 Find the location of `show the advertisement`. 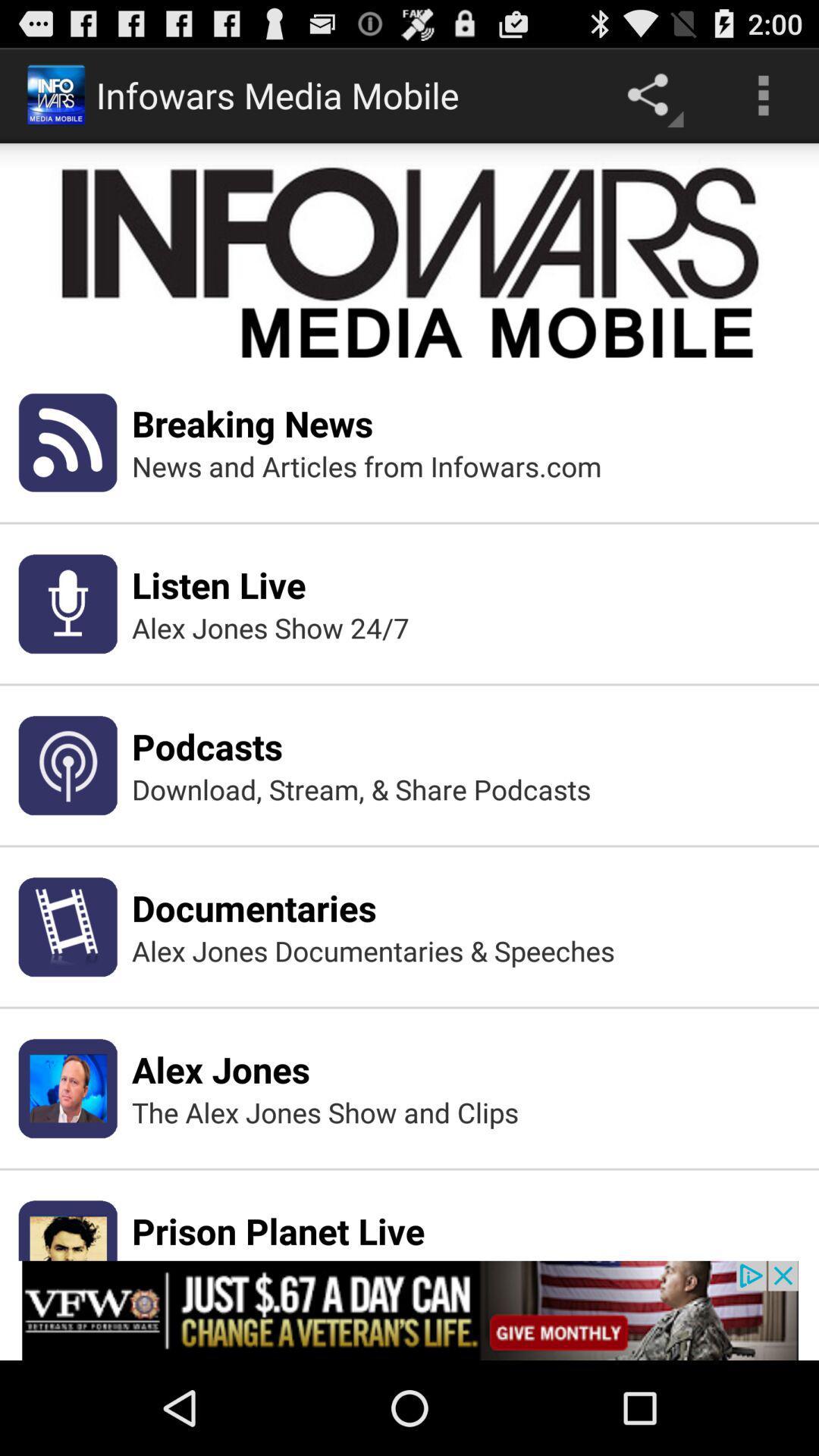

show the advertisement is located at coordinates (409, 1310).